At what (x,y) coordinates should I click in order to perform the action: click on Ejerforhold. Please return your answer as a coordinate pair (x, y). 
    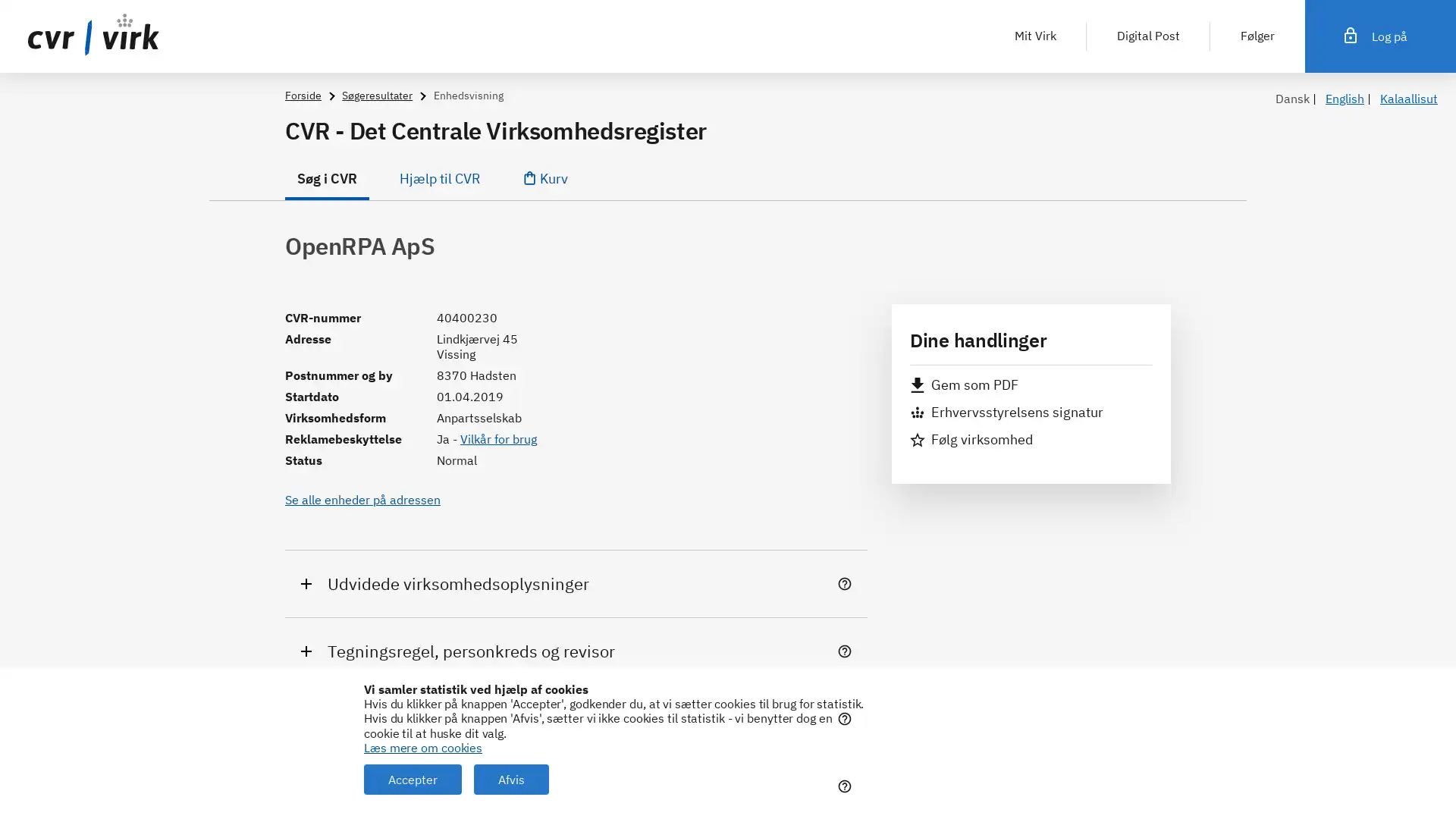
    Looking at the image, I should click on (575, 717).